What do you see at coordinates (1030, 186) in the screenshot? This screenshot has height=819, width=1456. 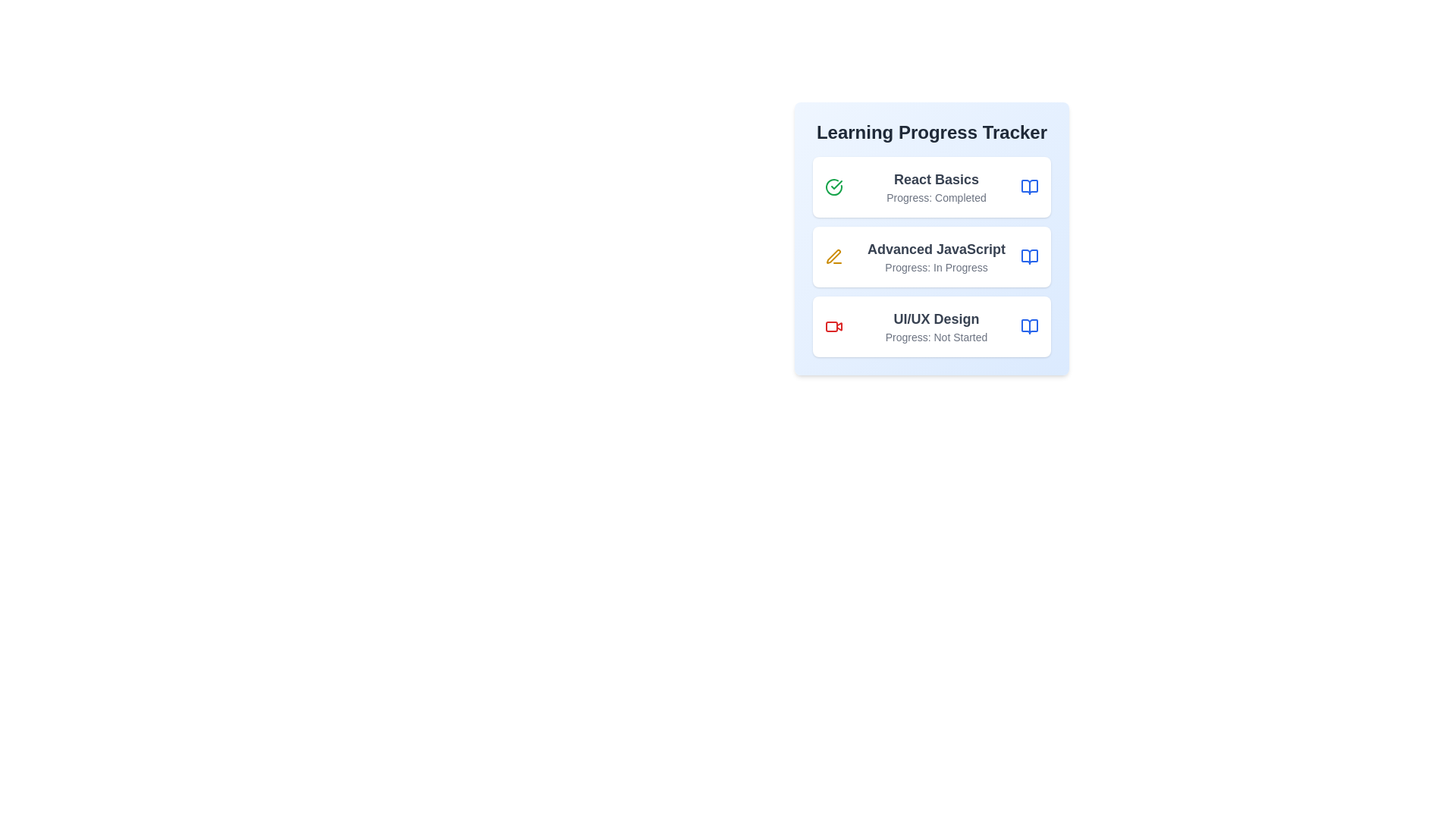 I see `the book icon for the course React Basics to explore its resources` at bounding box center [1030, 186].